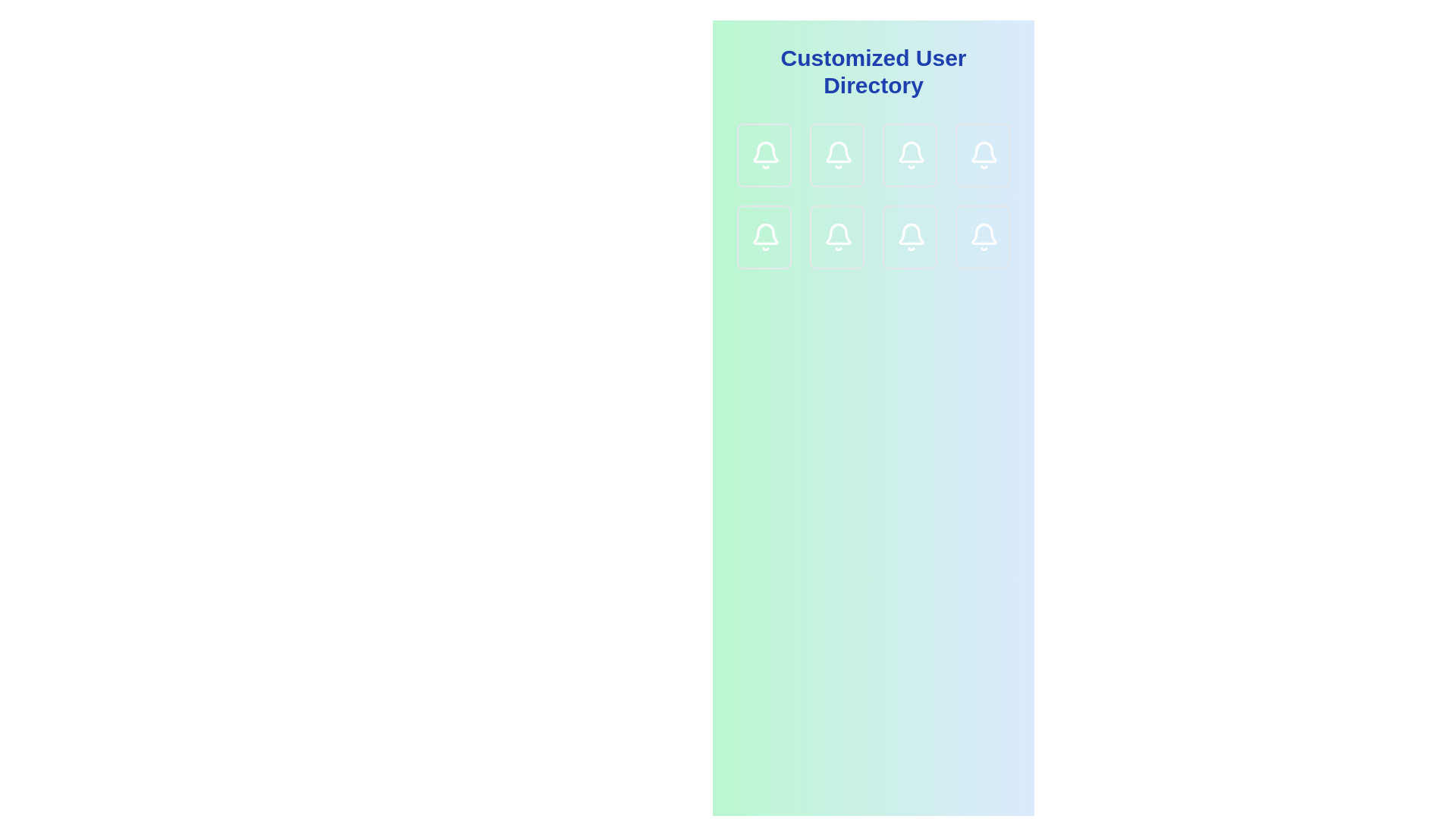 This screenshot has height=819, width=1456. What do you see at coordinates (837, 152) in the screenshot?
I see `the bell icon in the second column of the first row` at bounding box center [837, 152].